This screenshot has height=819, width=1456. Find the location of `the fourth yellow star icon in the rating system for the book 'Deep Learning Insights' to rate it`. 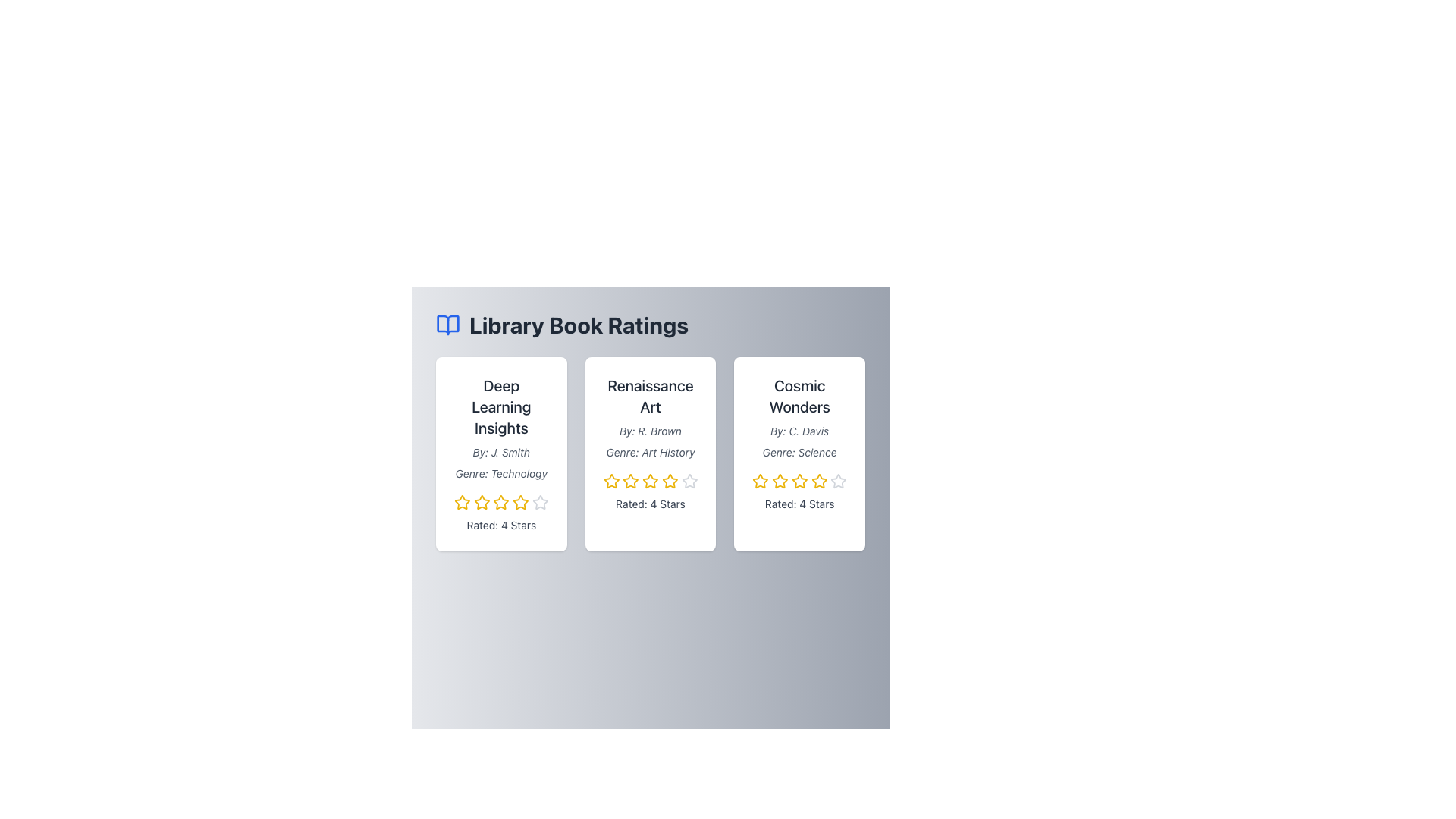

the fourth yellow star icon in the rating system for the book 'Deep Learning Insights' to rate it is located at coordinates (520, 503).